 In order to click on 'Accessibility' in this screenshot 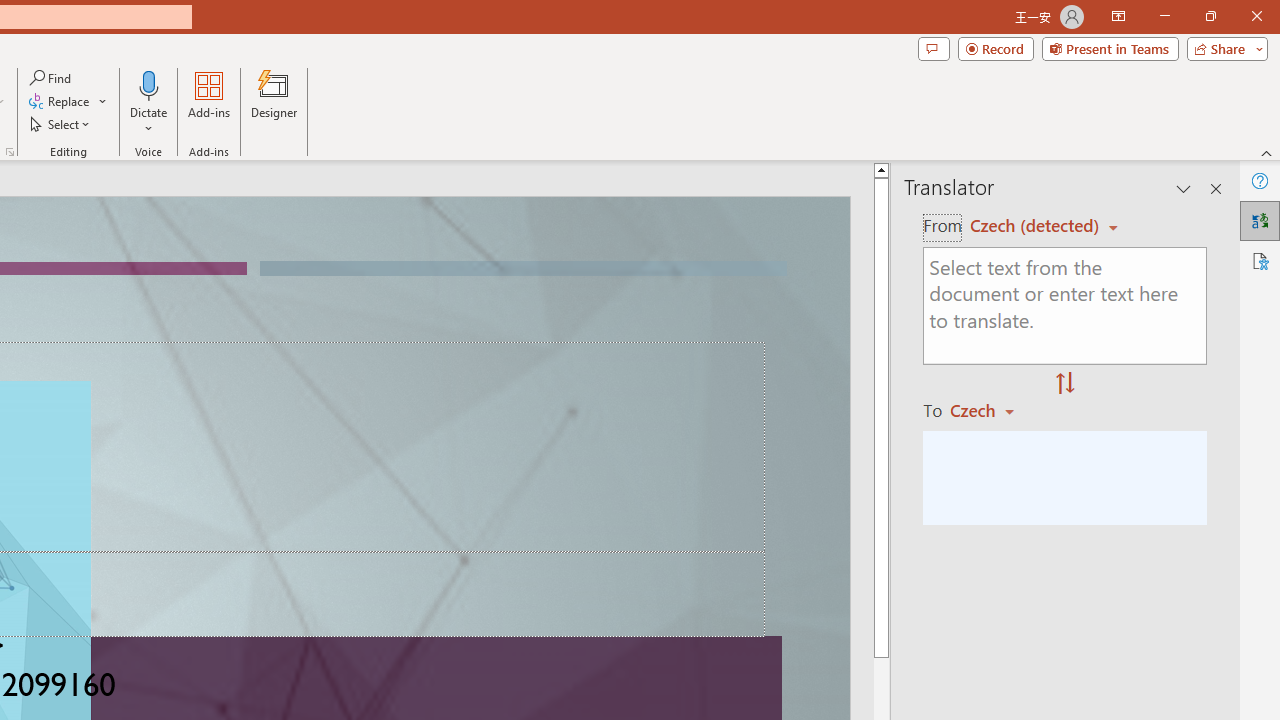, I will do `click(1259, 260)`.